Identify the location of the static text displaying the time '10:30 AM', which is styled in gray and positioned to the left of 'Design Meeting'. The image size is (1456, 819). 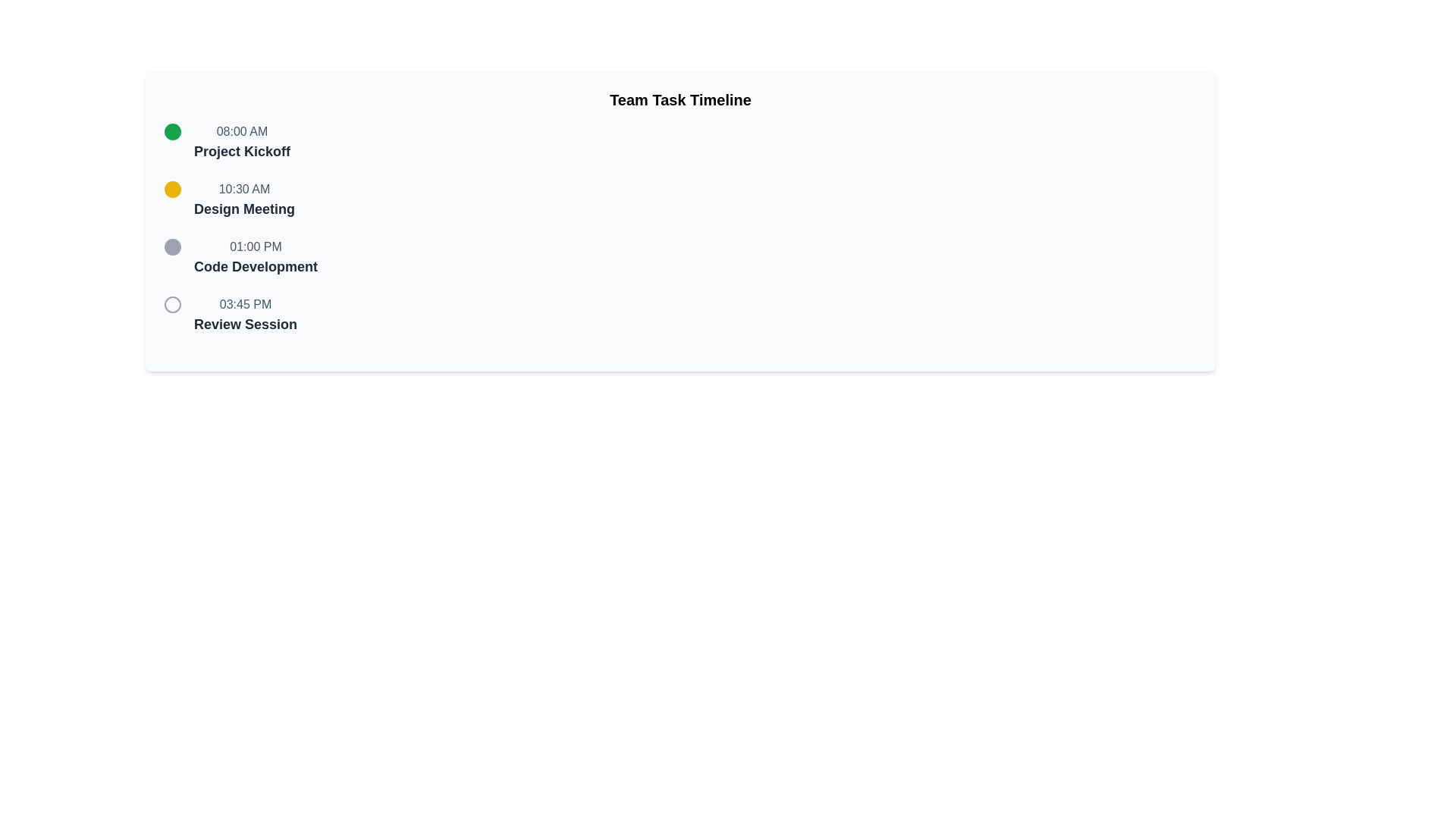
(244, 189).